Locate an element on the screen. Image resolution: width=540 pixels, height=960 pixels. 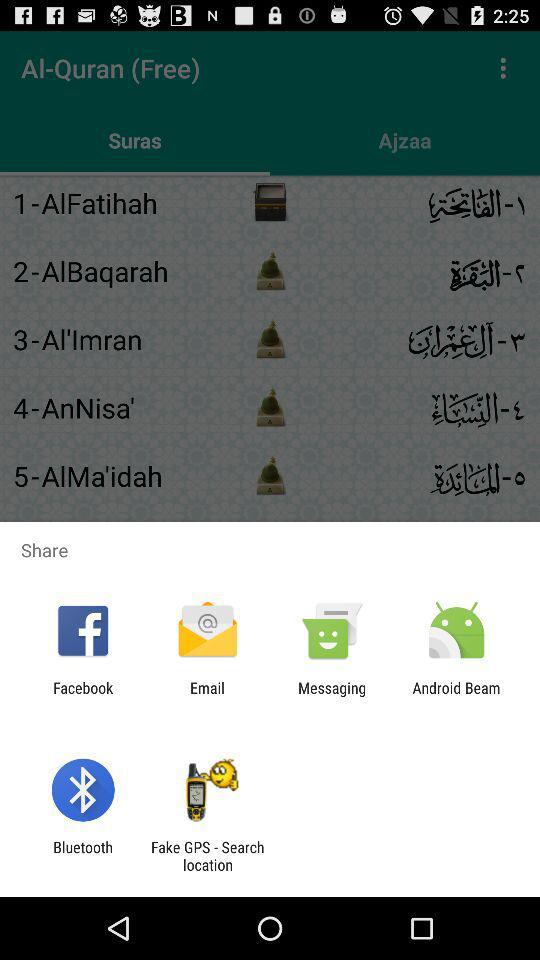
the app next to the android beam icon is located at coordinates (332, 696).